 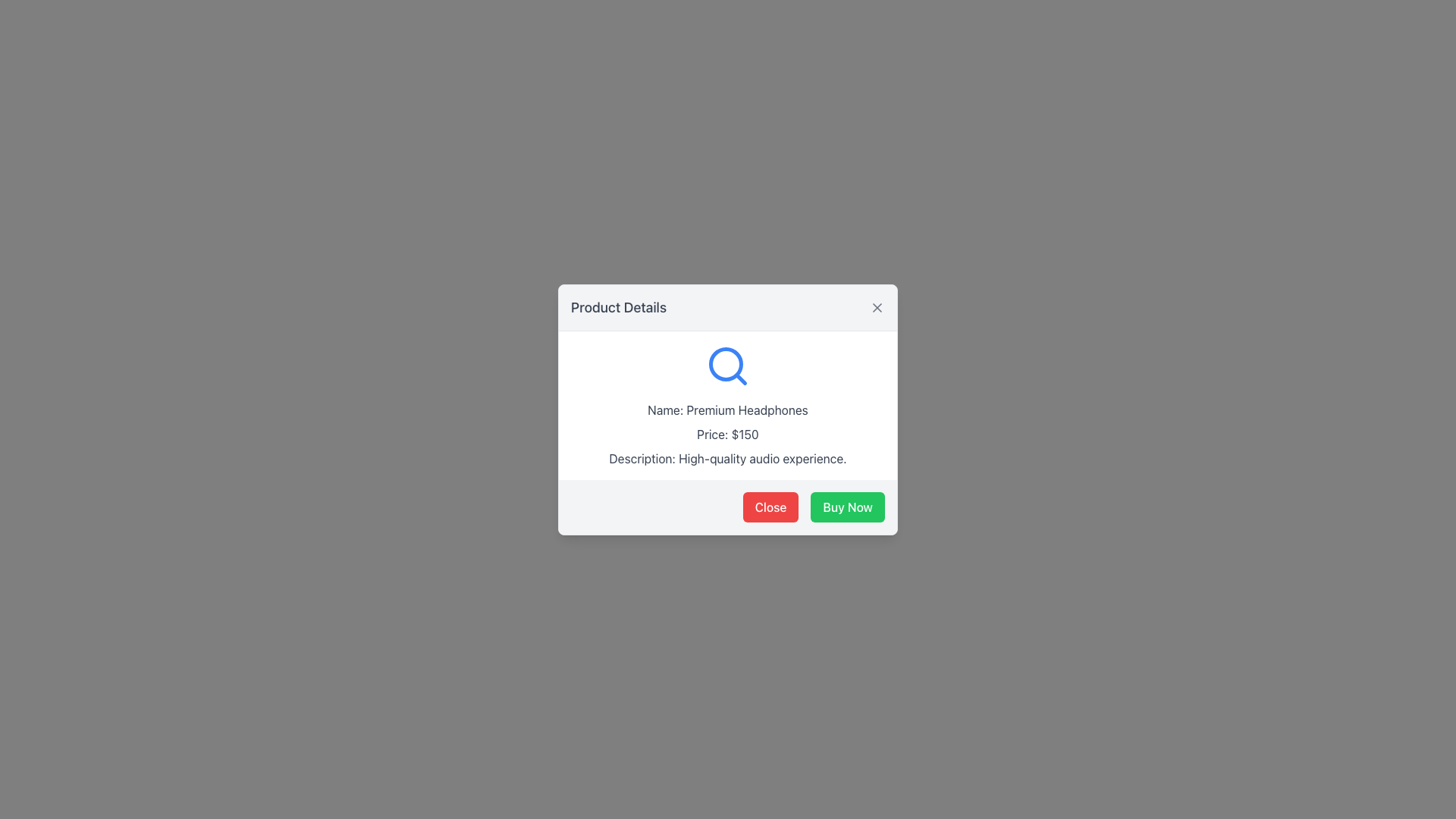 I want to click on text from the title label located at the top-left corner of the modal dialog box, so click(x=619, y=307).